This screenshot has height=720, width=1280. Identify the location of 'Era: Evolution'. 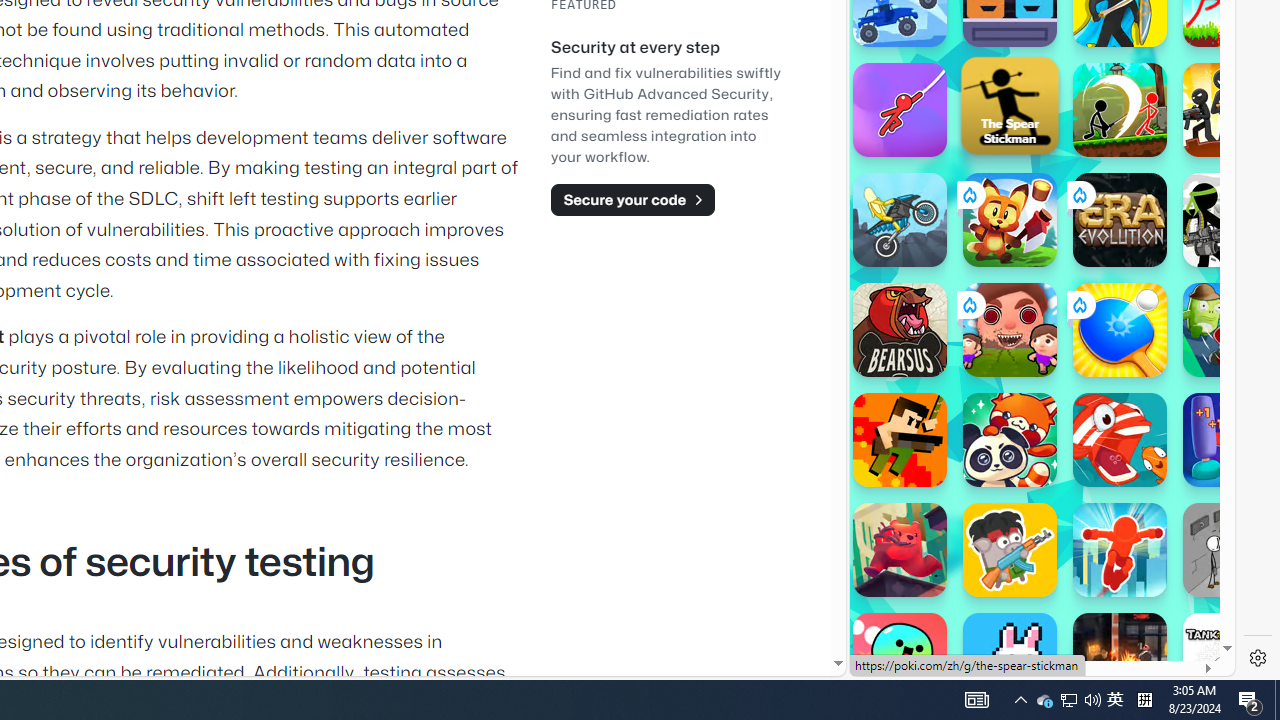
(1120, 219).